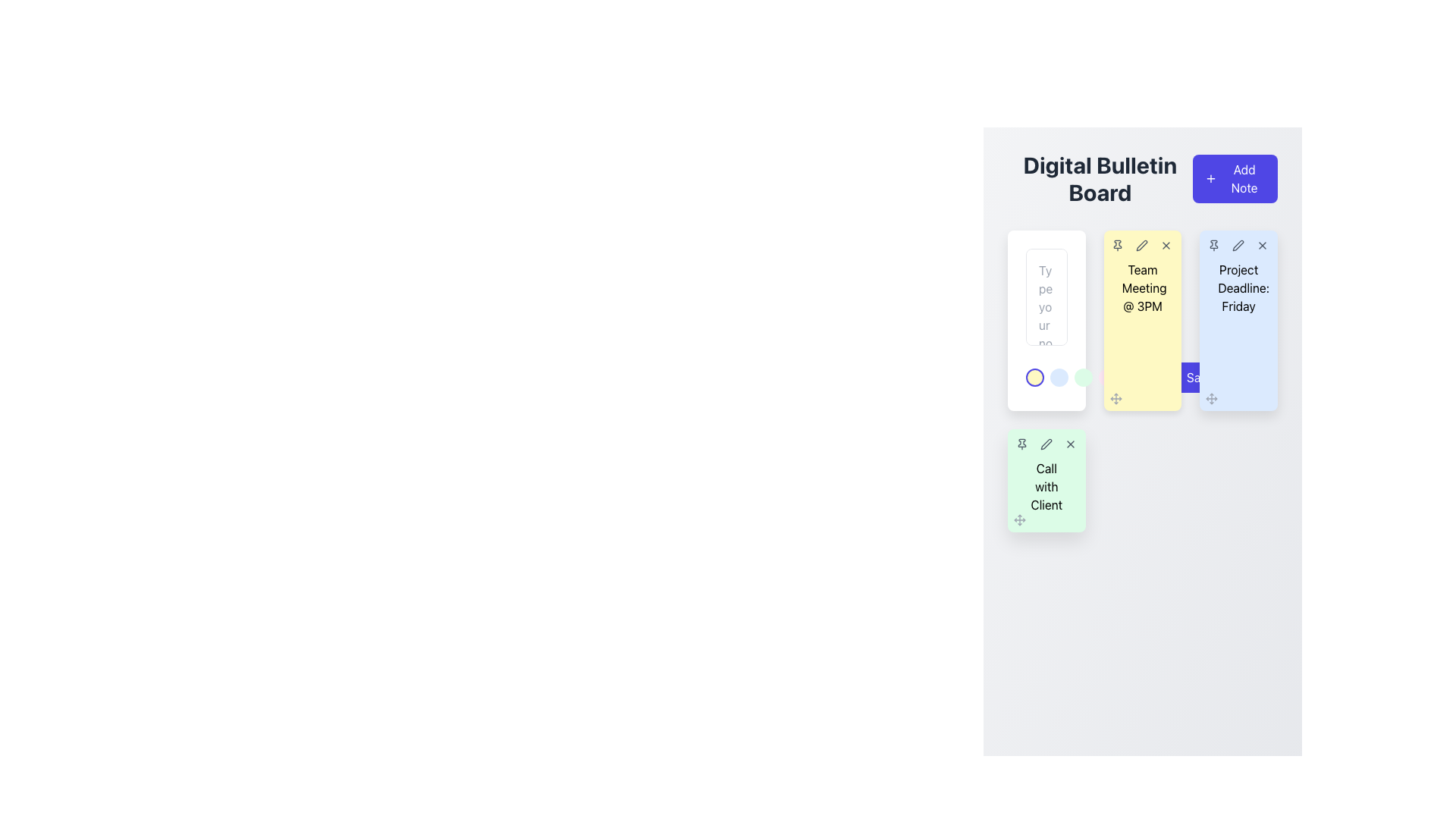 Image resolution: width=1456 pixels, height=819 pixels. I want to click on the pin icon located in the top-left corner of the yellow note labeled 'Team Meeting @ 3 PM', so click(1118, 245).